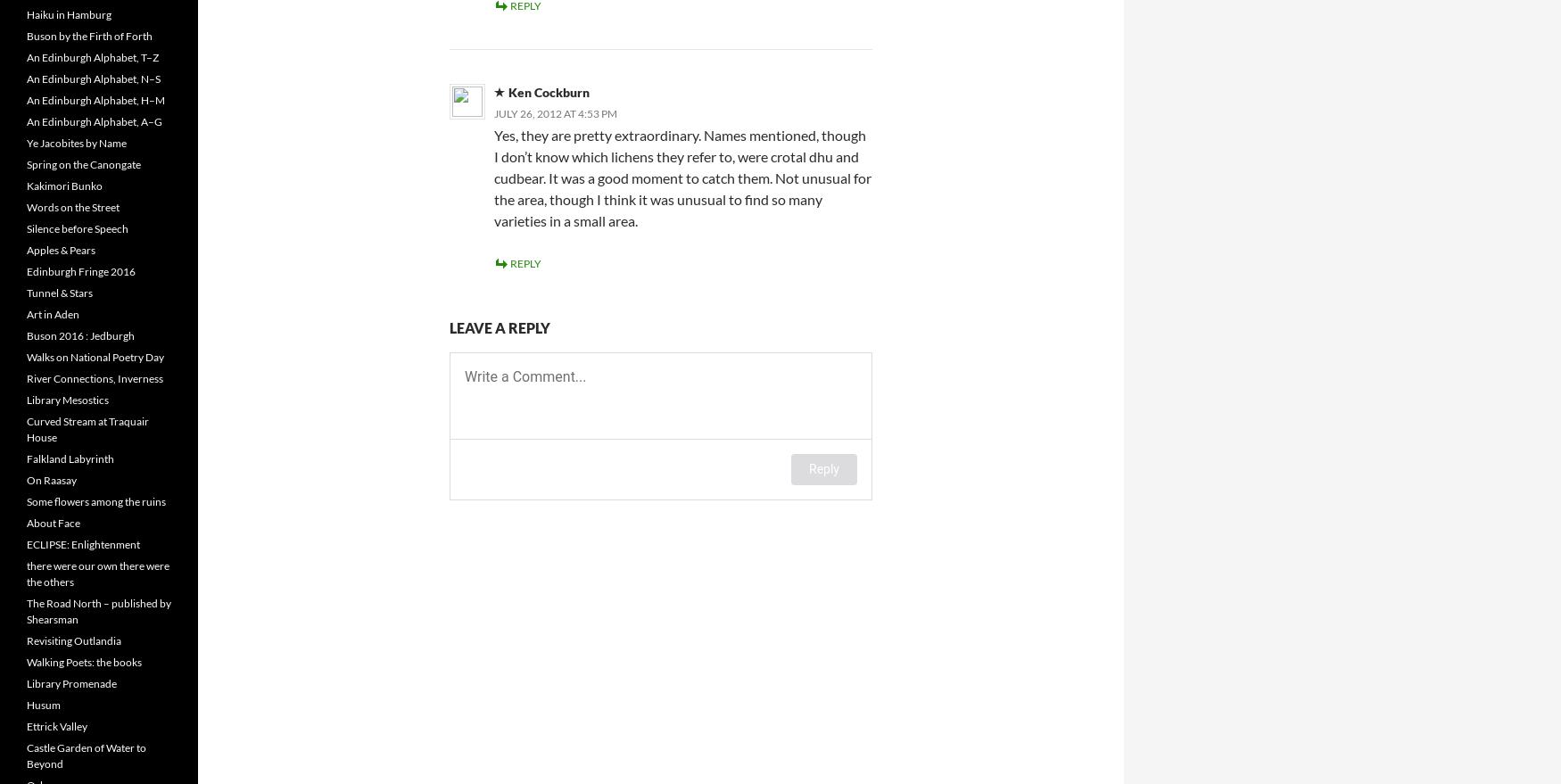  Describe the element at coordinates (70, 458) in the screenshot. I see `'Falkland Labyrinth'` at that location.